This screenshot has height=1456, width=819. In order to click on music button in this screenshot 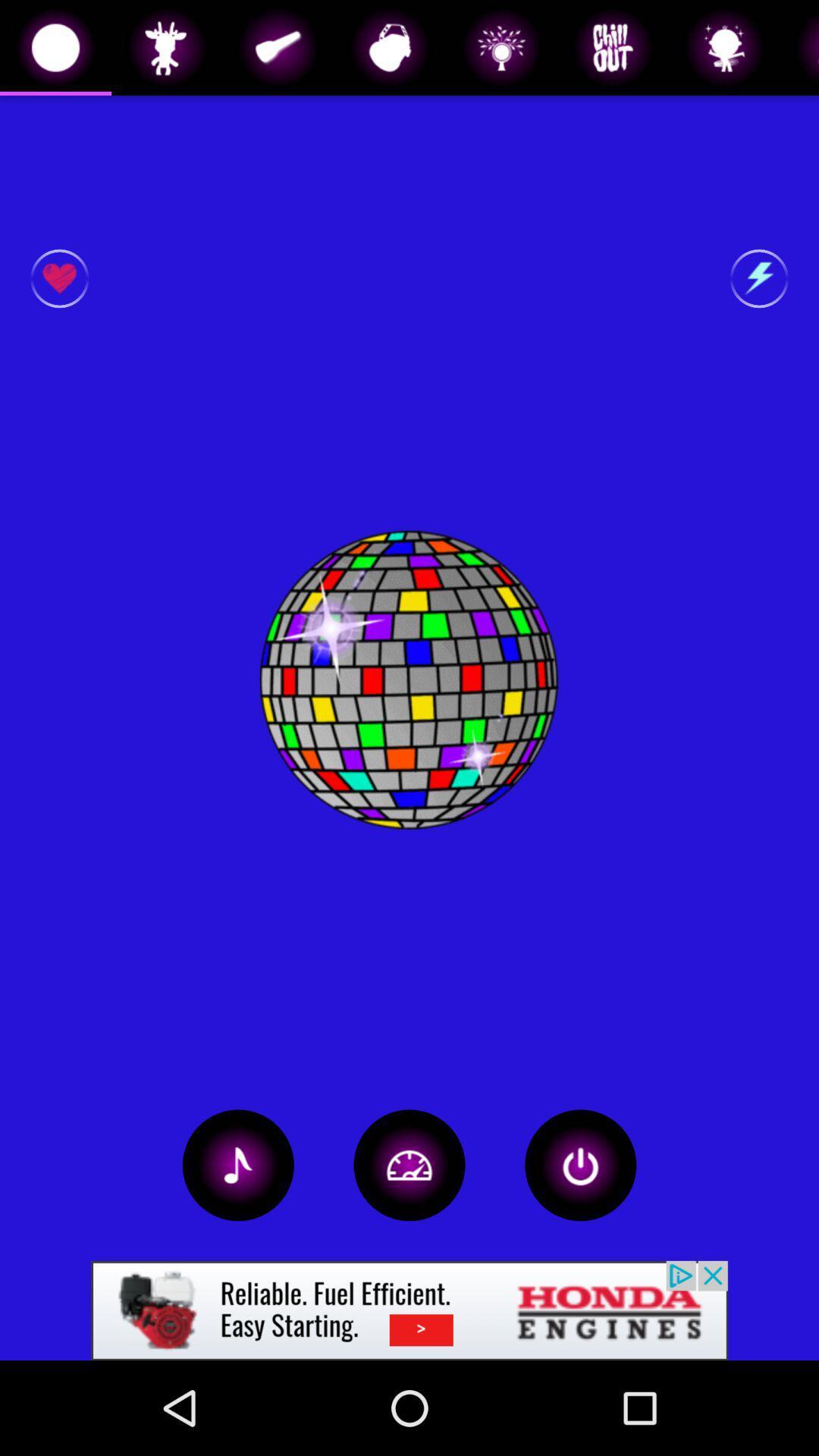, I will do `click(238, 1164)`.